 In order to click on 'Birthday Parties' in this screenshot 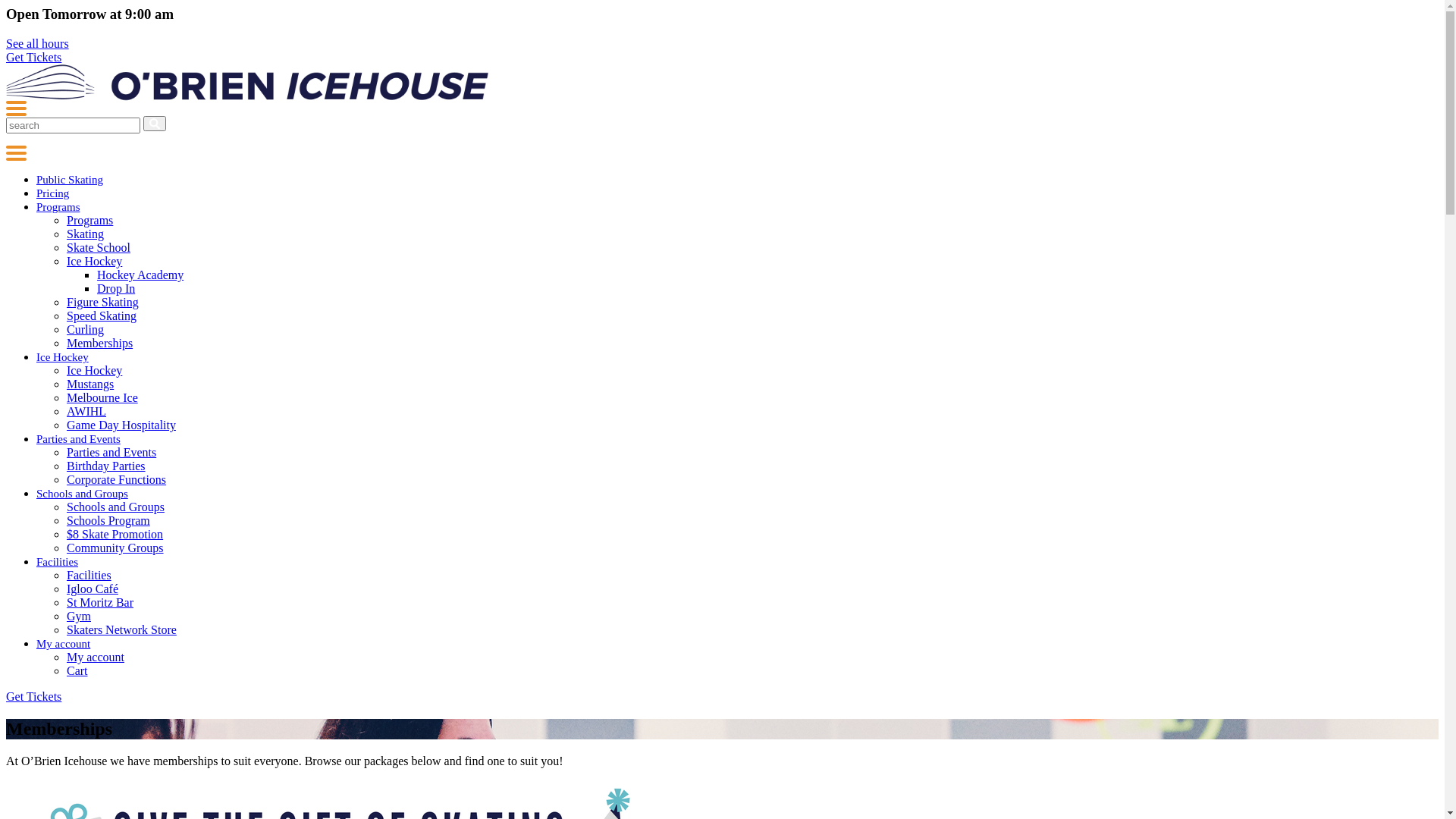, I will do `click(65, 465)`.